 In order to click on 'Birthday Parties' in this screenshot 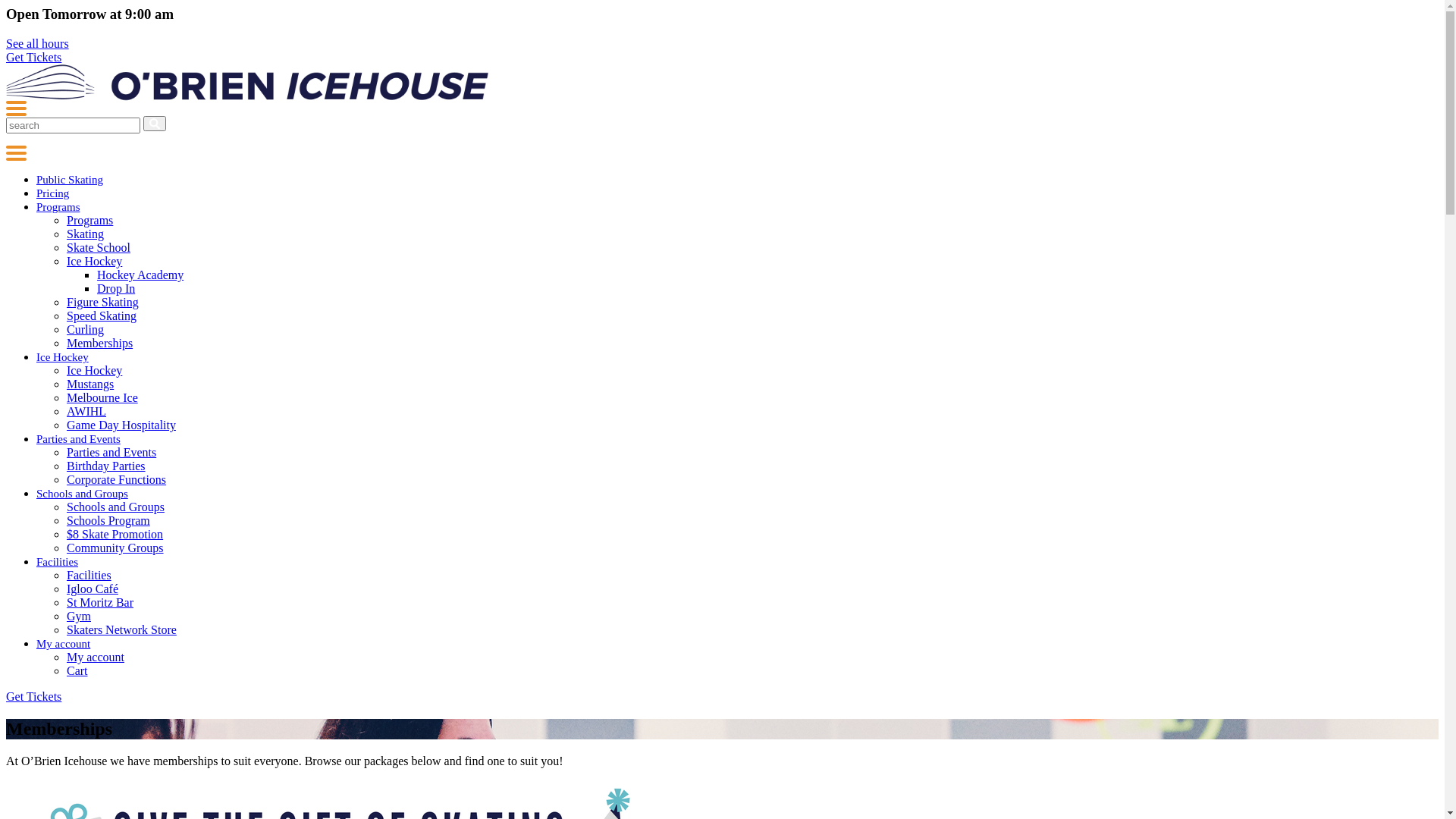, I will do `click(65, 465)`.